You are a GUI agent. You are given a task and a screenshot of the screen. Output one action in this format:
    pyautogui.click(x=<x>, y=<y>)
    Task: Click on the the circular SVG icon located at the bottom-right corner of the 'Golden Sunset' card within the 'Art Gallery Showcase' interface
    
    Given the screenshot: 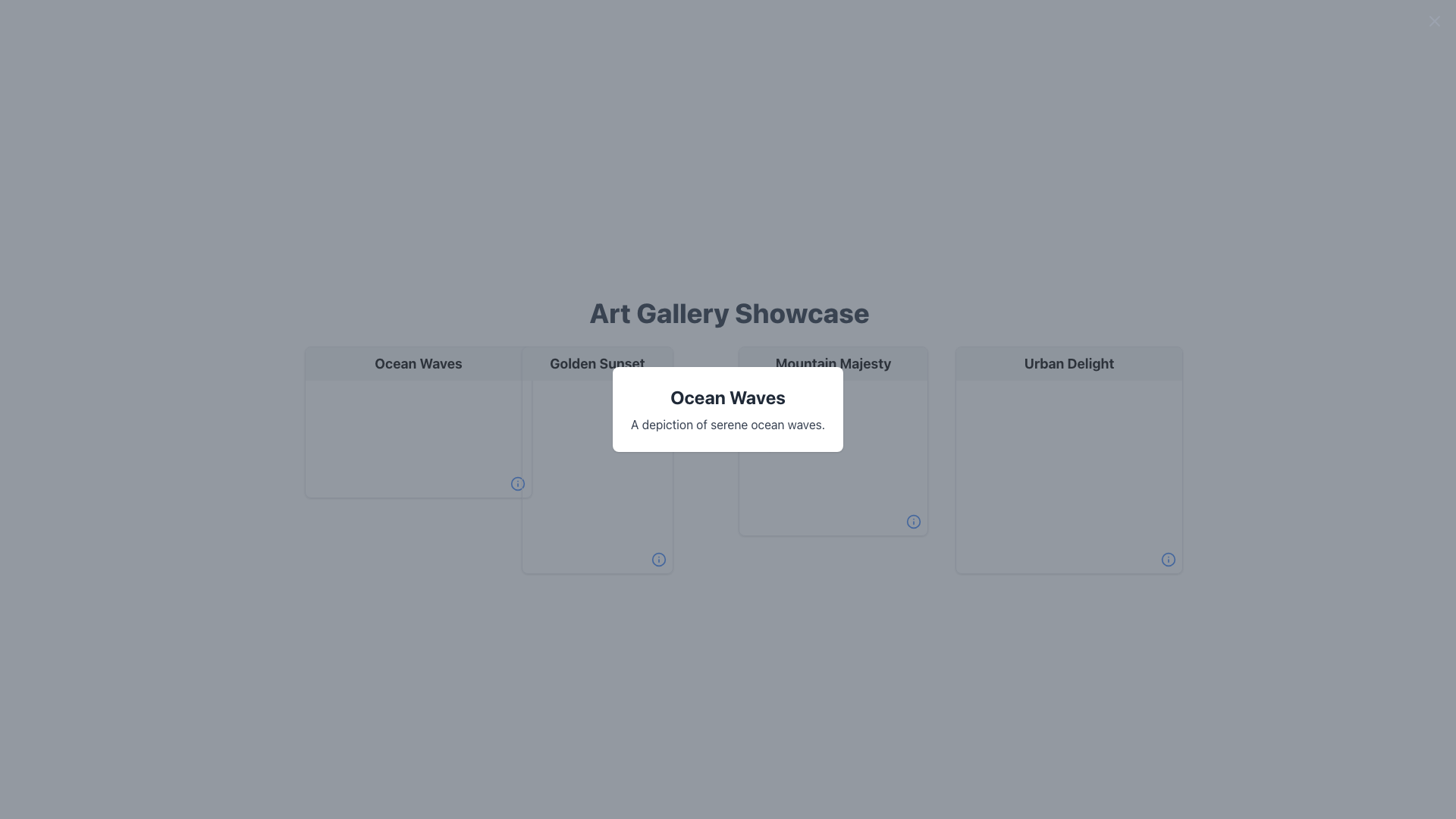 What is the action you would take?
    pyautogui.click(x=517, y=483)
    